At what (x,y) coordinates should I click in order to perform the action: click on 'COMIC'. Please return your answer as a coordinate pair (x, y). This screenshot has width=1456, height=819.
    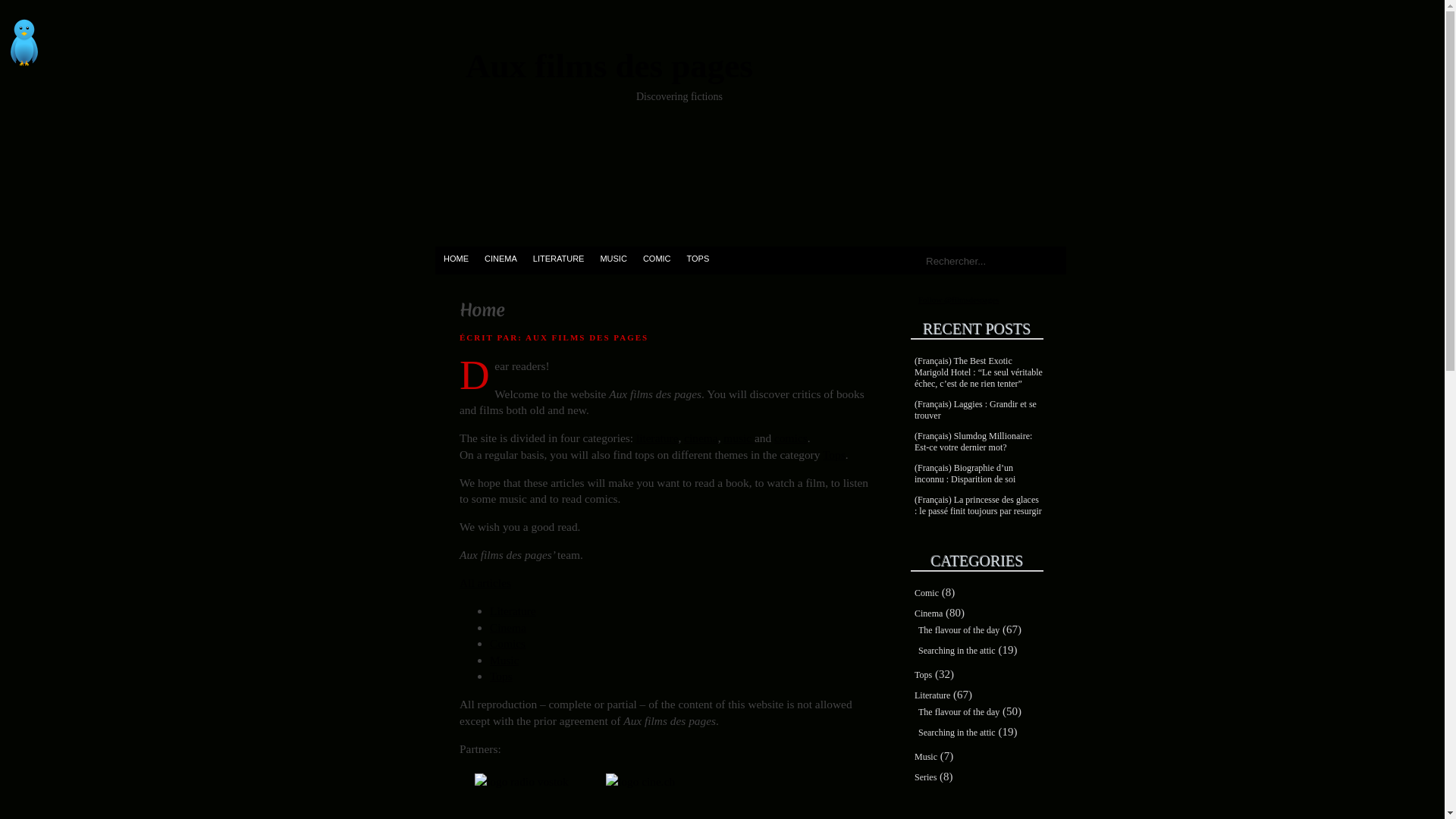
    Looking at the image, I should click on (656, 256).